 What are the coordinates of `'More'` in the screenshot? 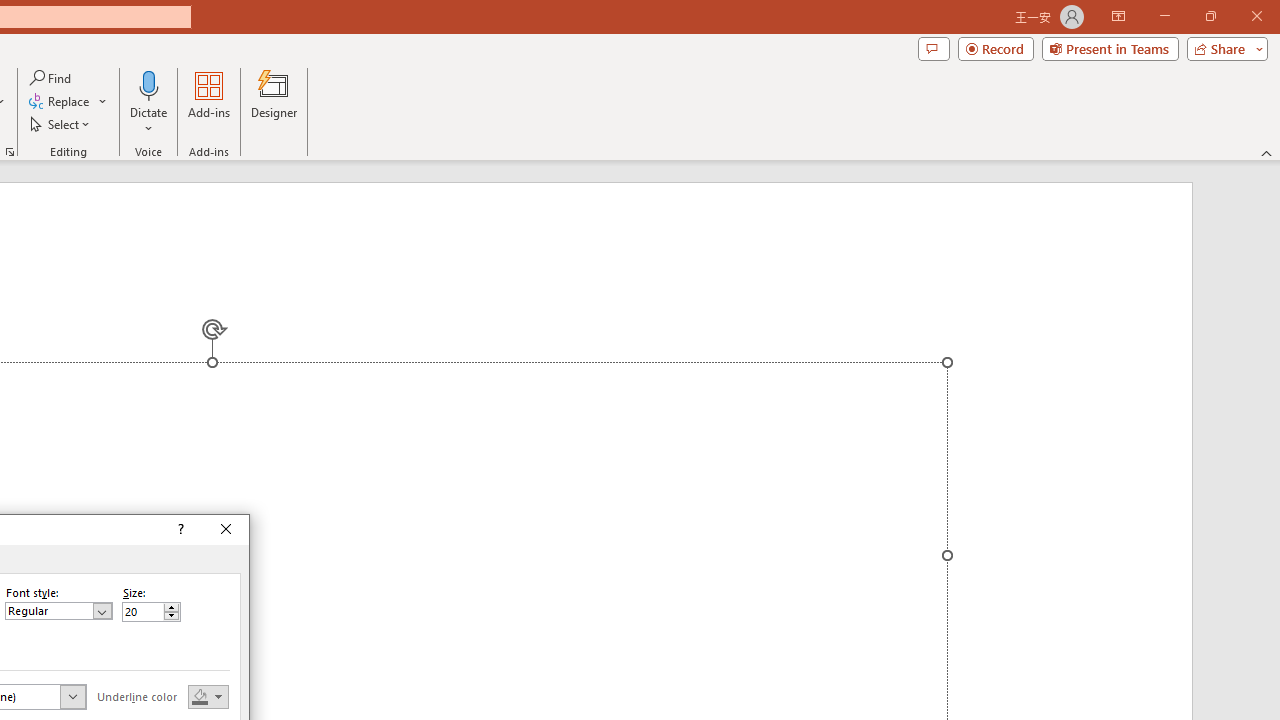 It's located at (171, 606).